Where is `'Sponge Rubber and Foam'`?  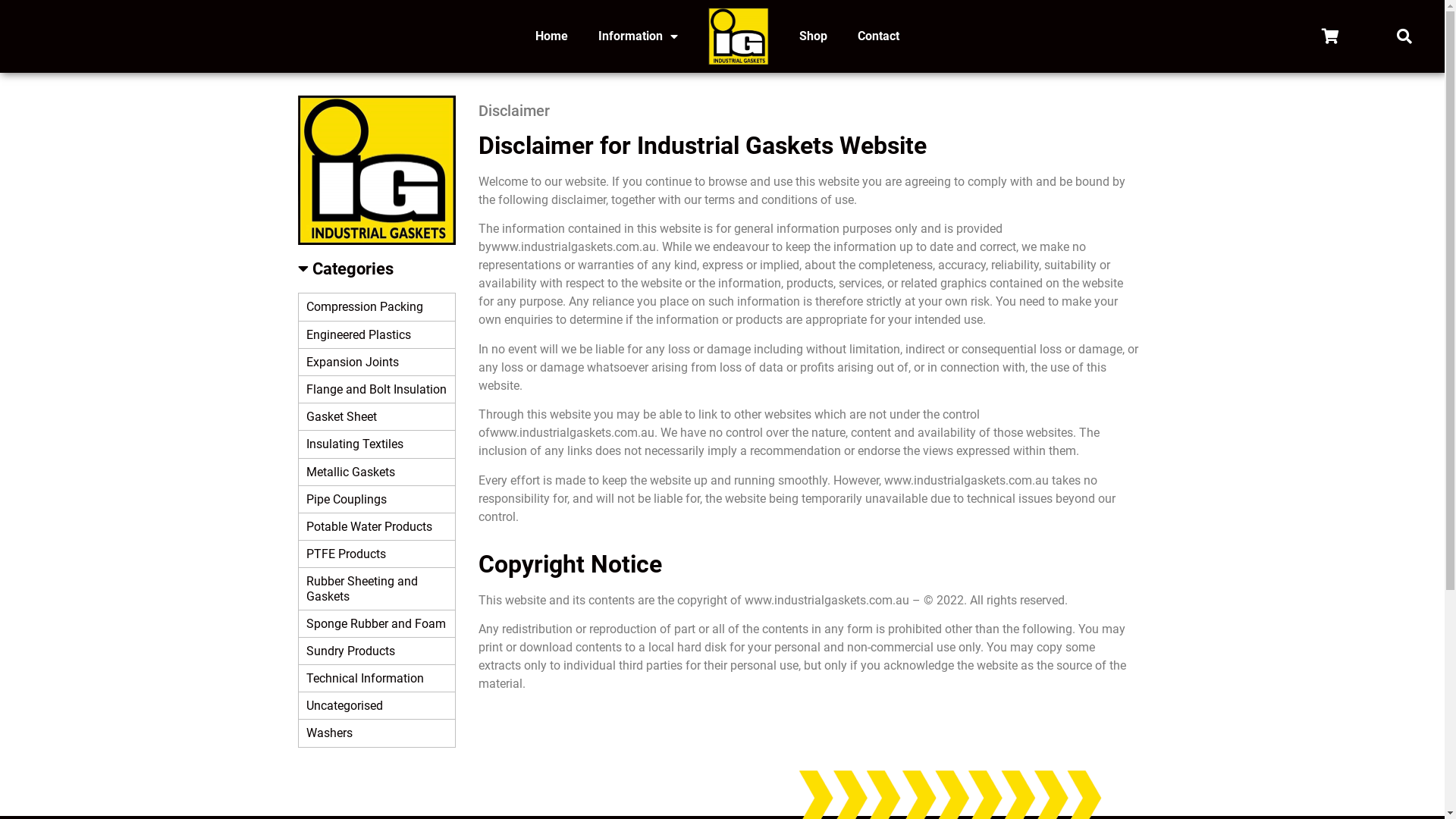 'Sponge Rubber and Foam' is located at coordinates (377, 623).